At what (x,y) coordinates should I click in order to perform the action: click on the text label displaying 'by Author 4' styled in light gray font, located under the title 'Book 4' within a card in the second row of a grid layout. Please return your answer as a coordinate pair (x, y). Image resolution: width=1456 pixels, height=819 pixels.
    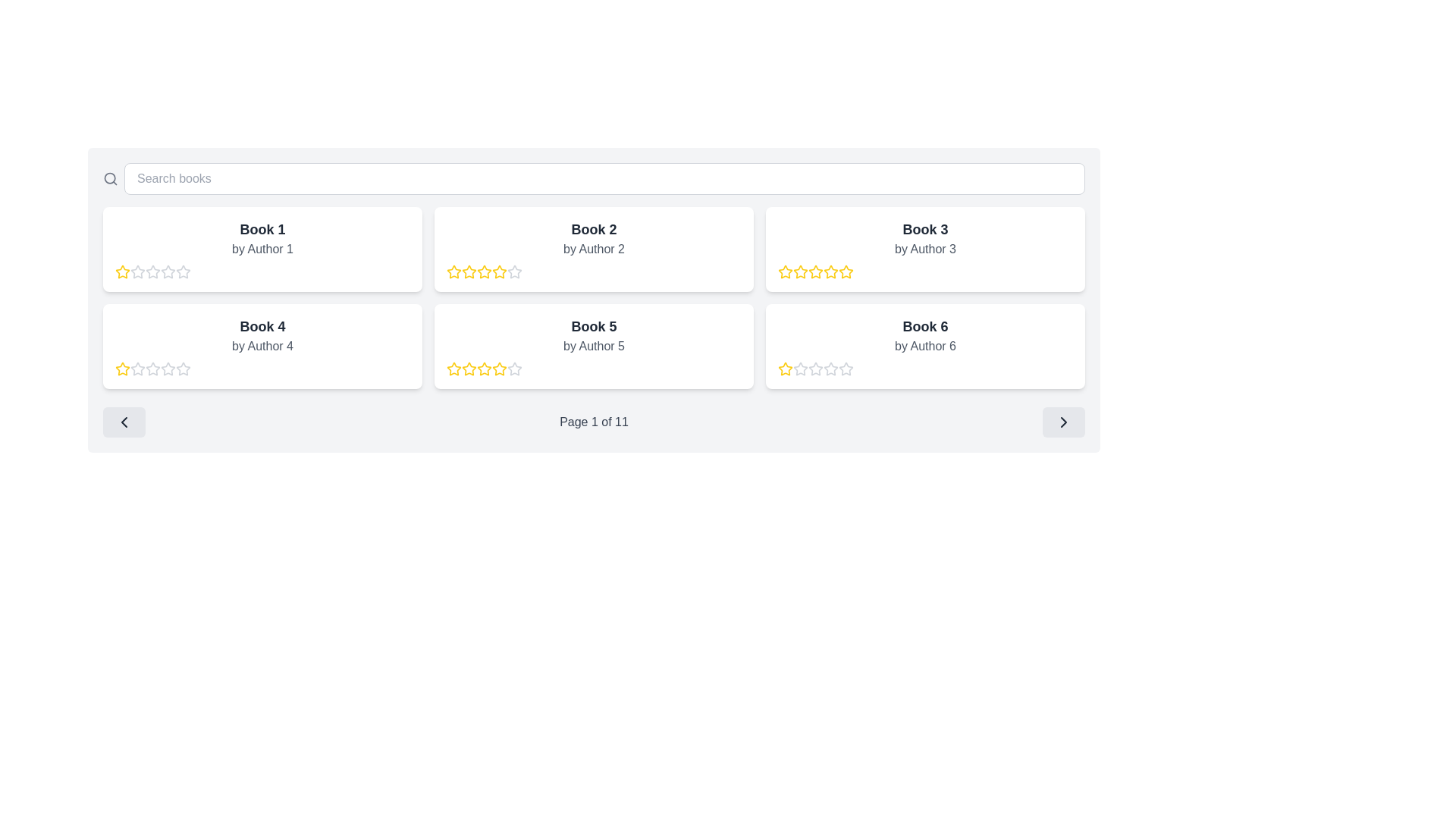
    Looking at the image, I should click on (262, 346).